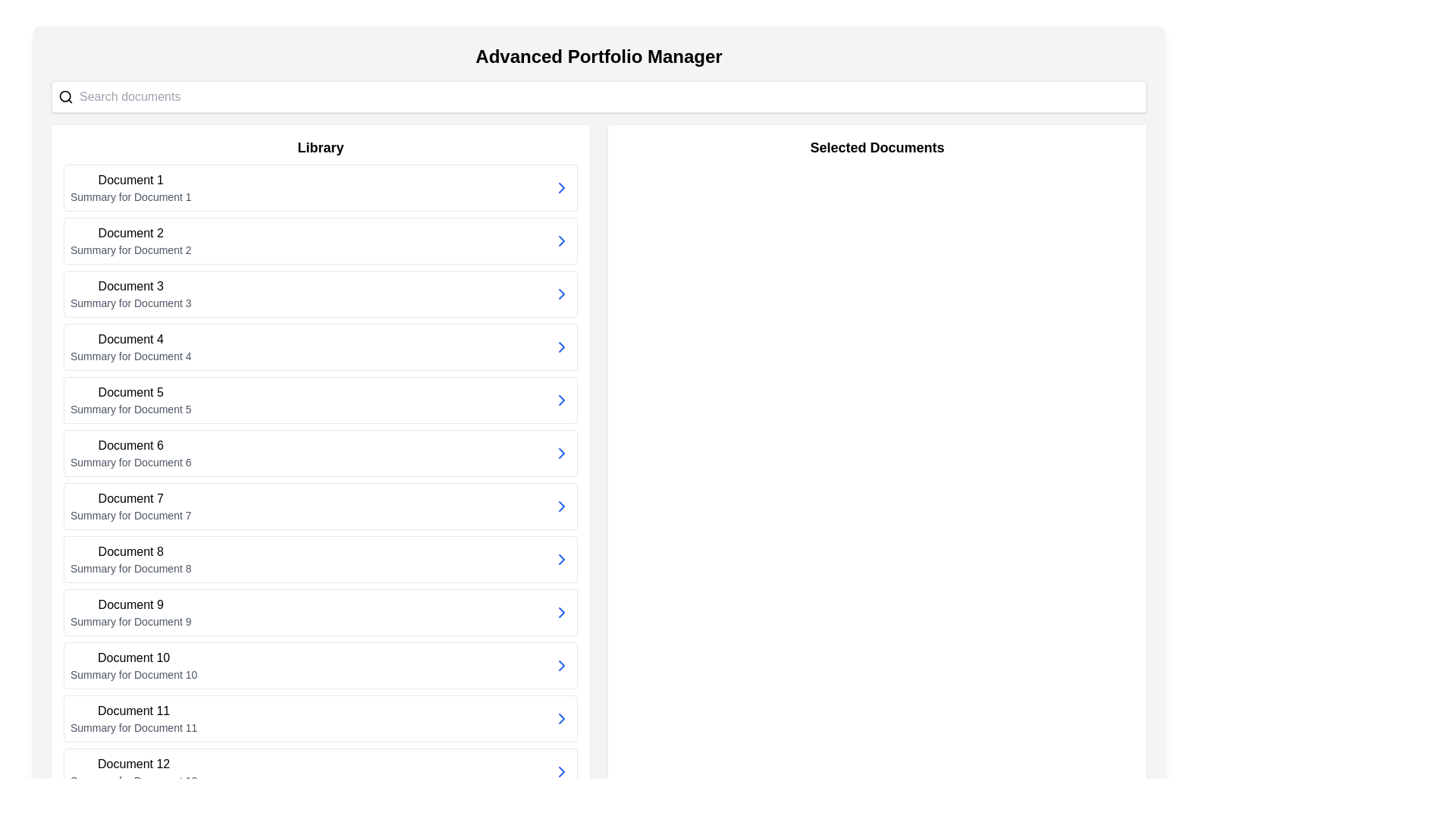 The width and height of the screenshot is (1456, 819). What do you see at coordinates (560, 187) in the screenshot?
I see `the right-facing chevron arrow icon with a blue stroke color` at bounding box center [560, 187].